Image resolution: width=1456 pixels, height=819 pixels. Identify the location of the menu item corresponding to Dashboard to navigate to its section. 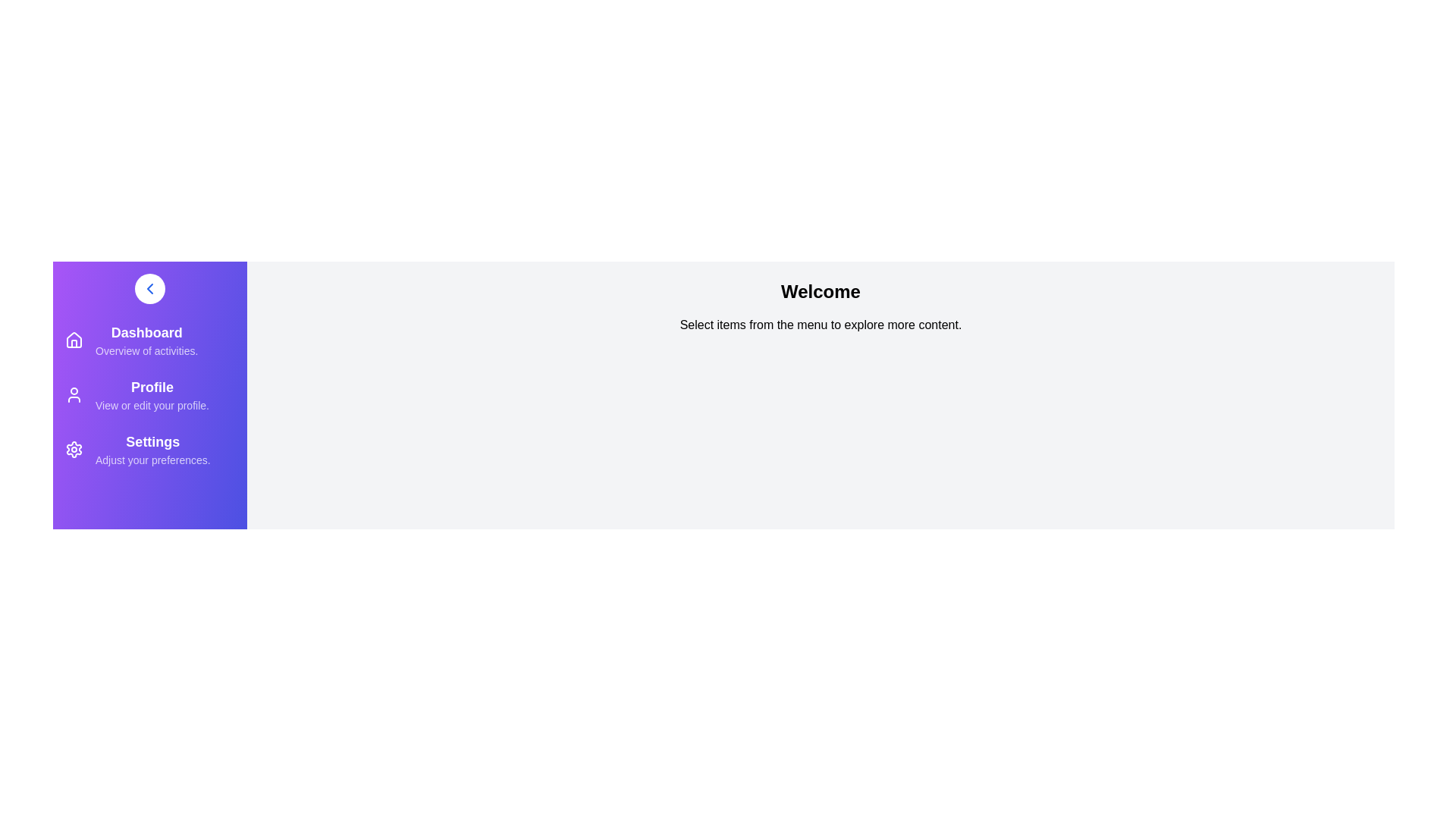
(149, 339).